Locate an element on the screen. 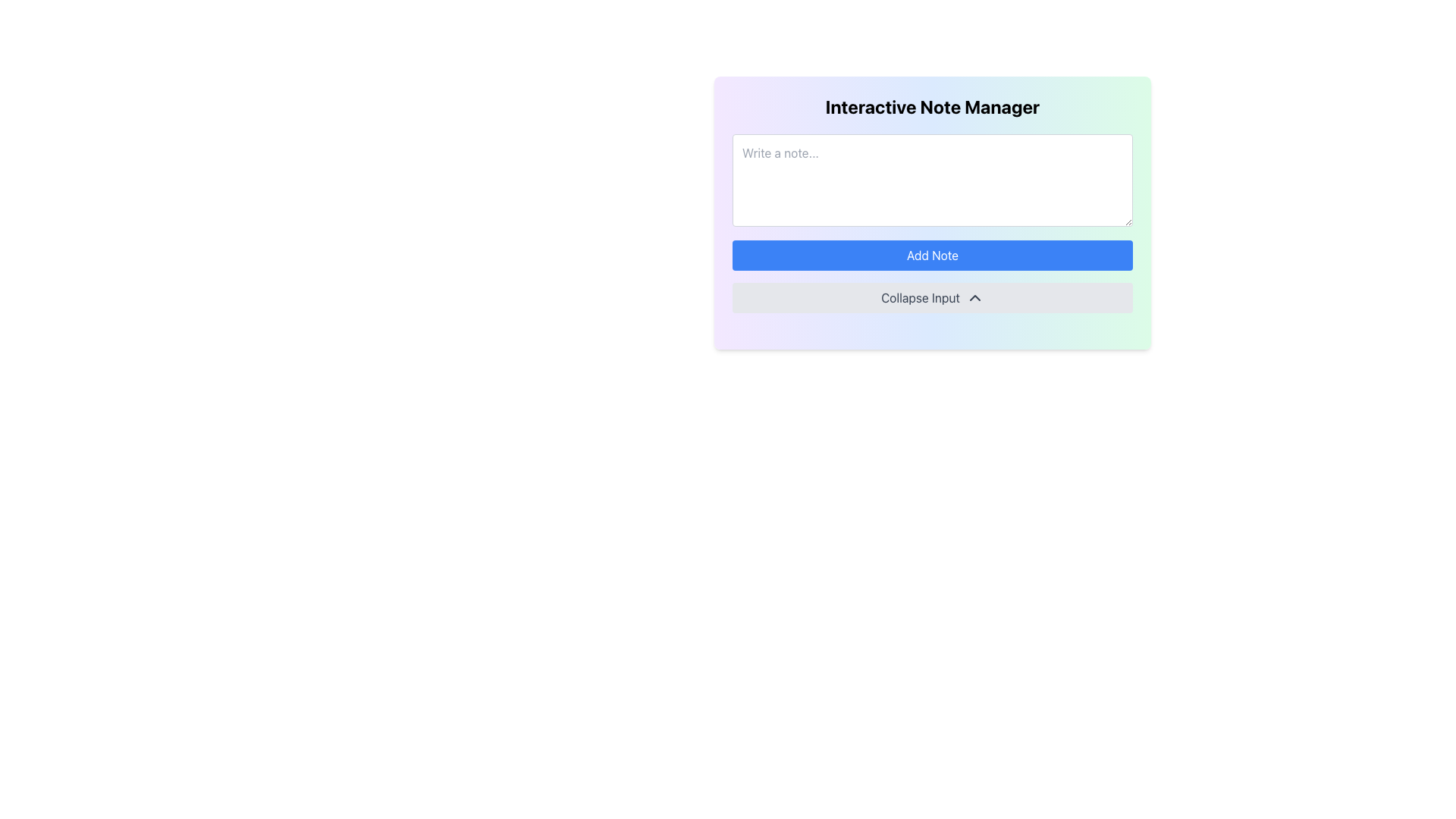  the 'Collapse Input' button, which has a light gray background and an upward arrow icon is located at coordinates (931, 298).